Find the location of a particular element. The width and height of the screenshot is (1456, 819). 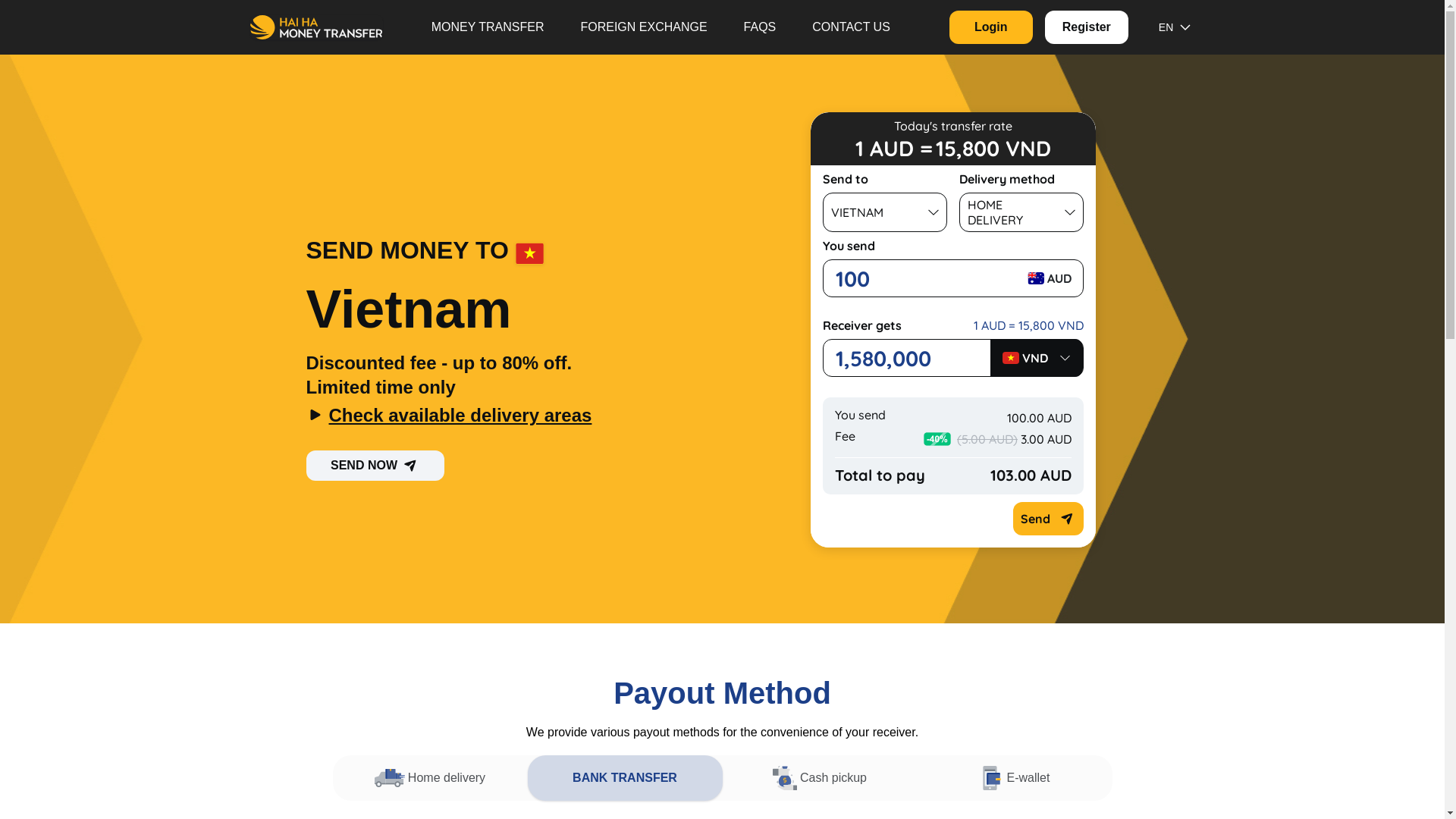

'BANK TRANSFER' is located at coordinates (625, 778).